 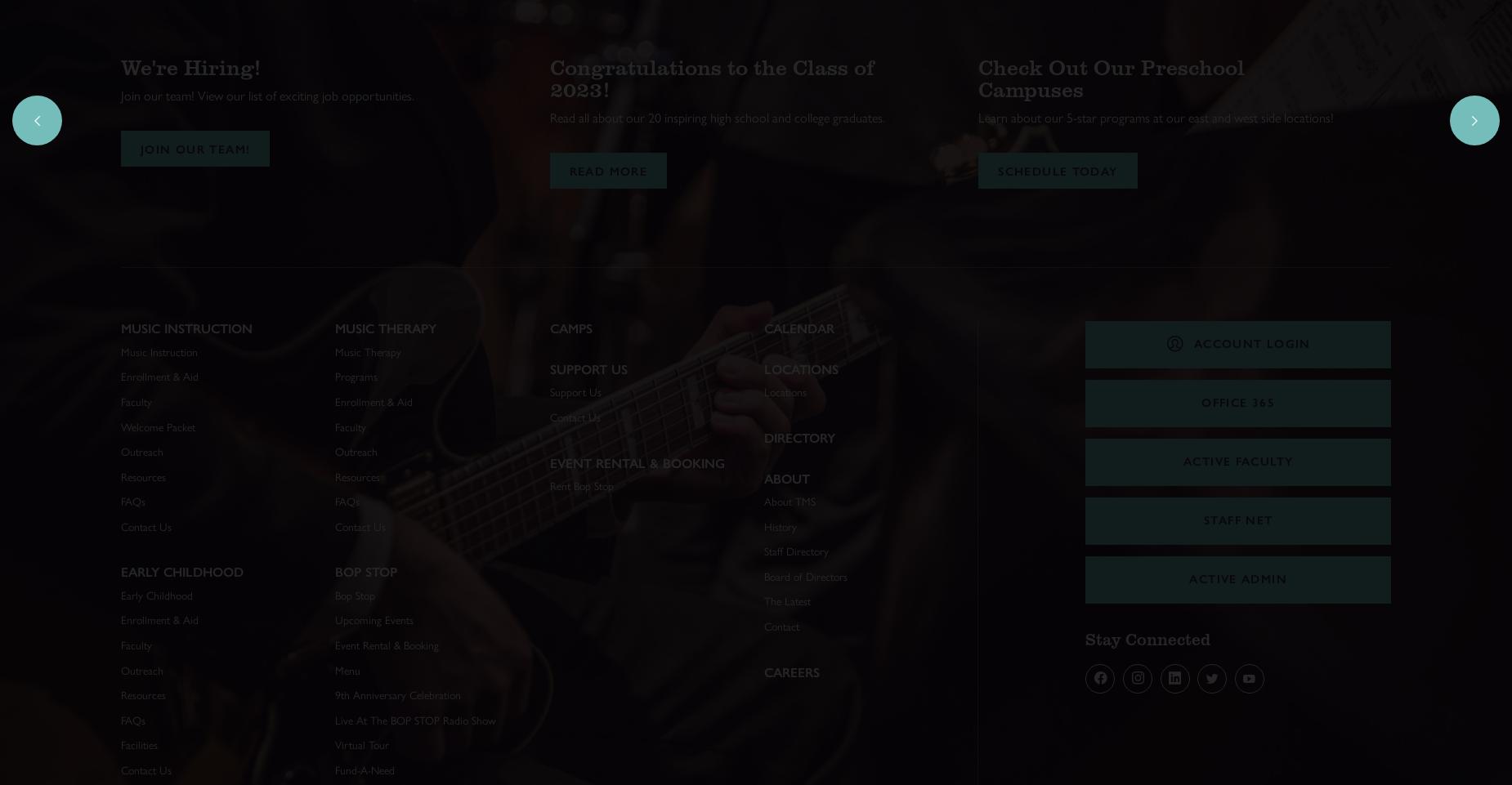 What do you see at coordinates (580, 485) in the screenshot?
I see `'Rent Bop Stop'` at bounding box center [580, 485].